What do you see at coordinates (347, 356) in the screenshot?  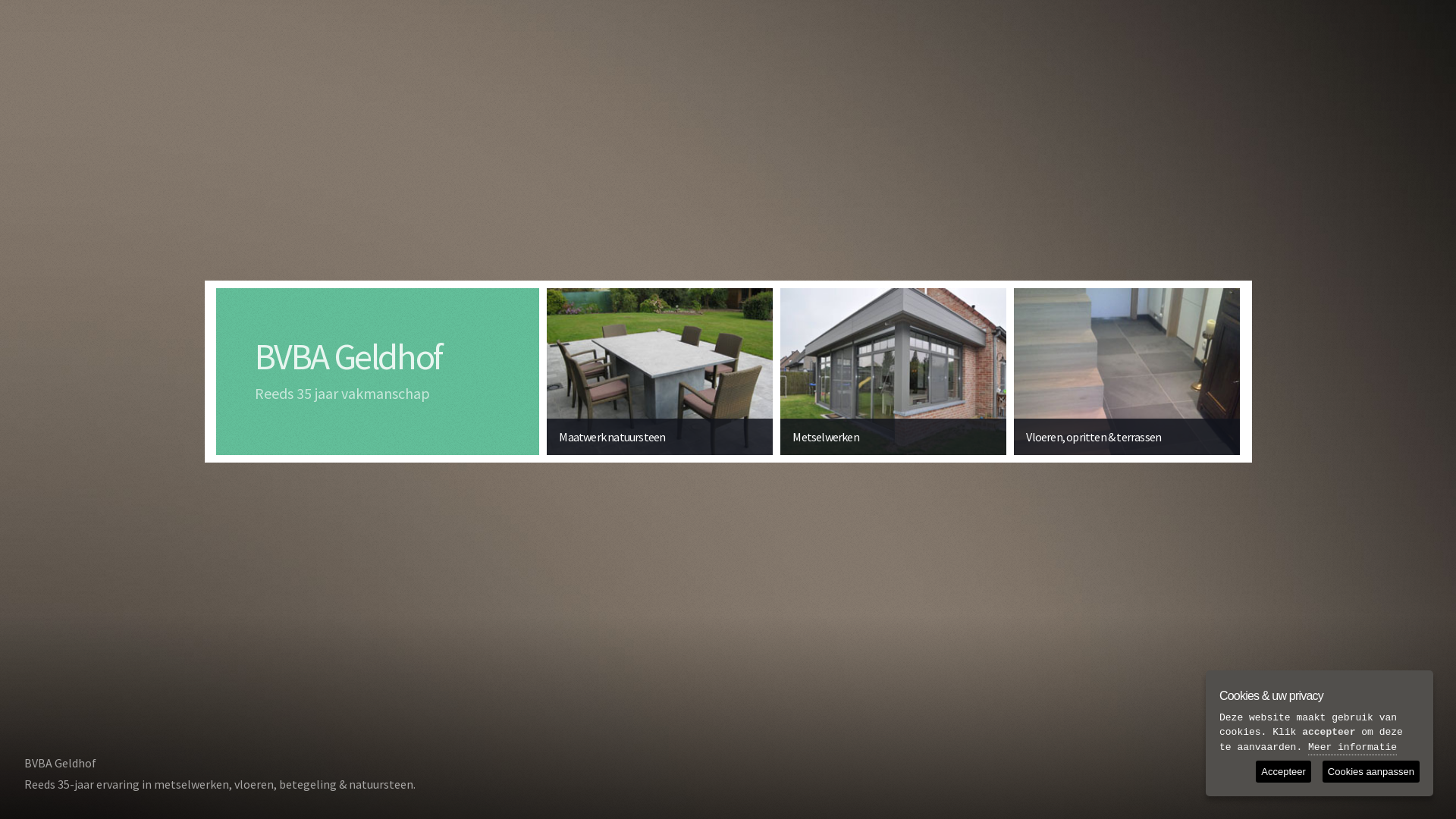 I see `'BVBA Geldhof'` at bounding box center [347, 356].